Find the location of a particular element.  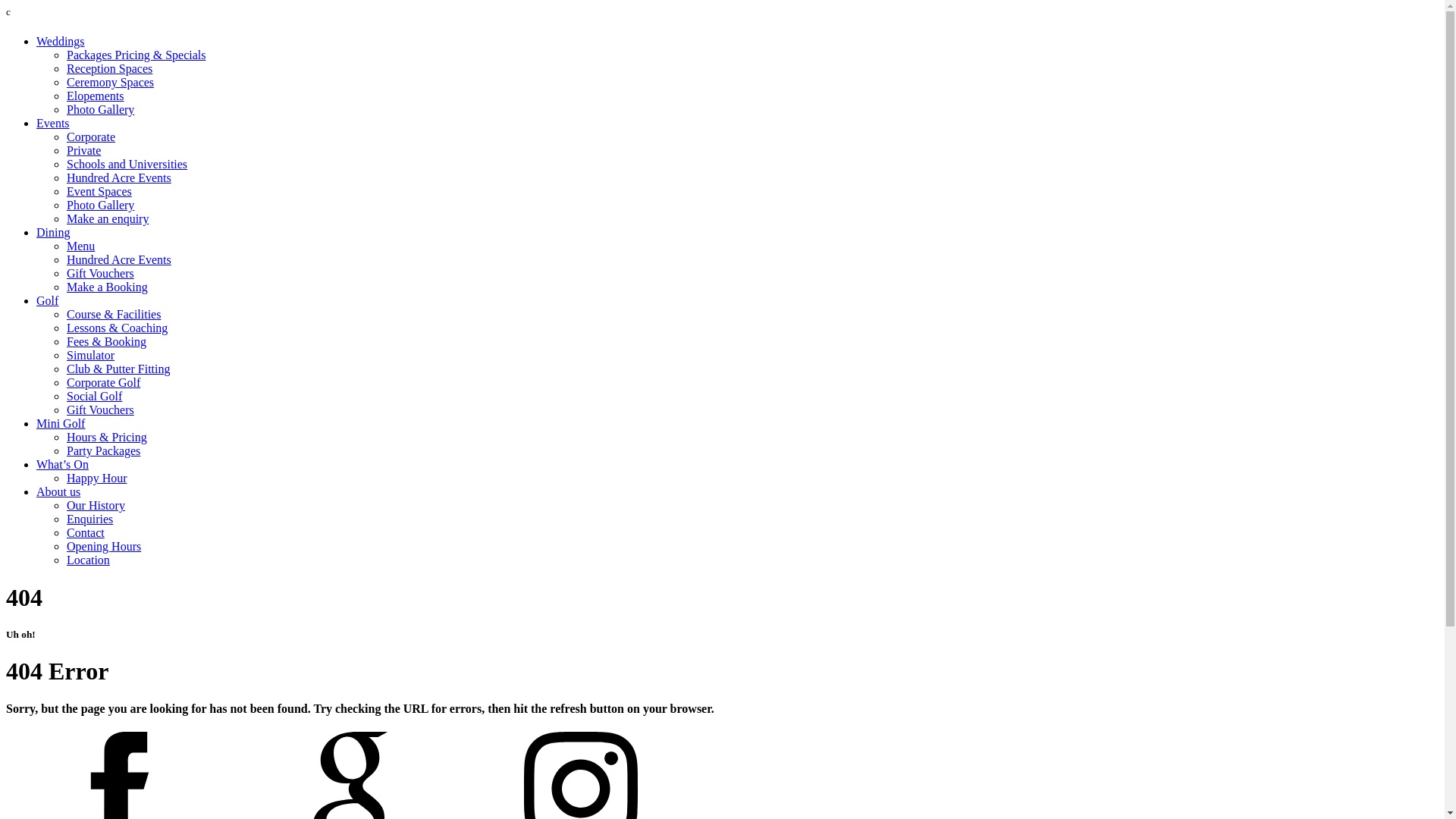

'Elopements' is located at coordinates (65, 96).